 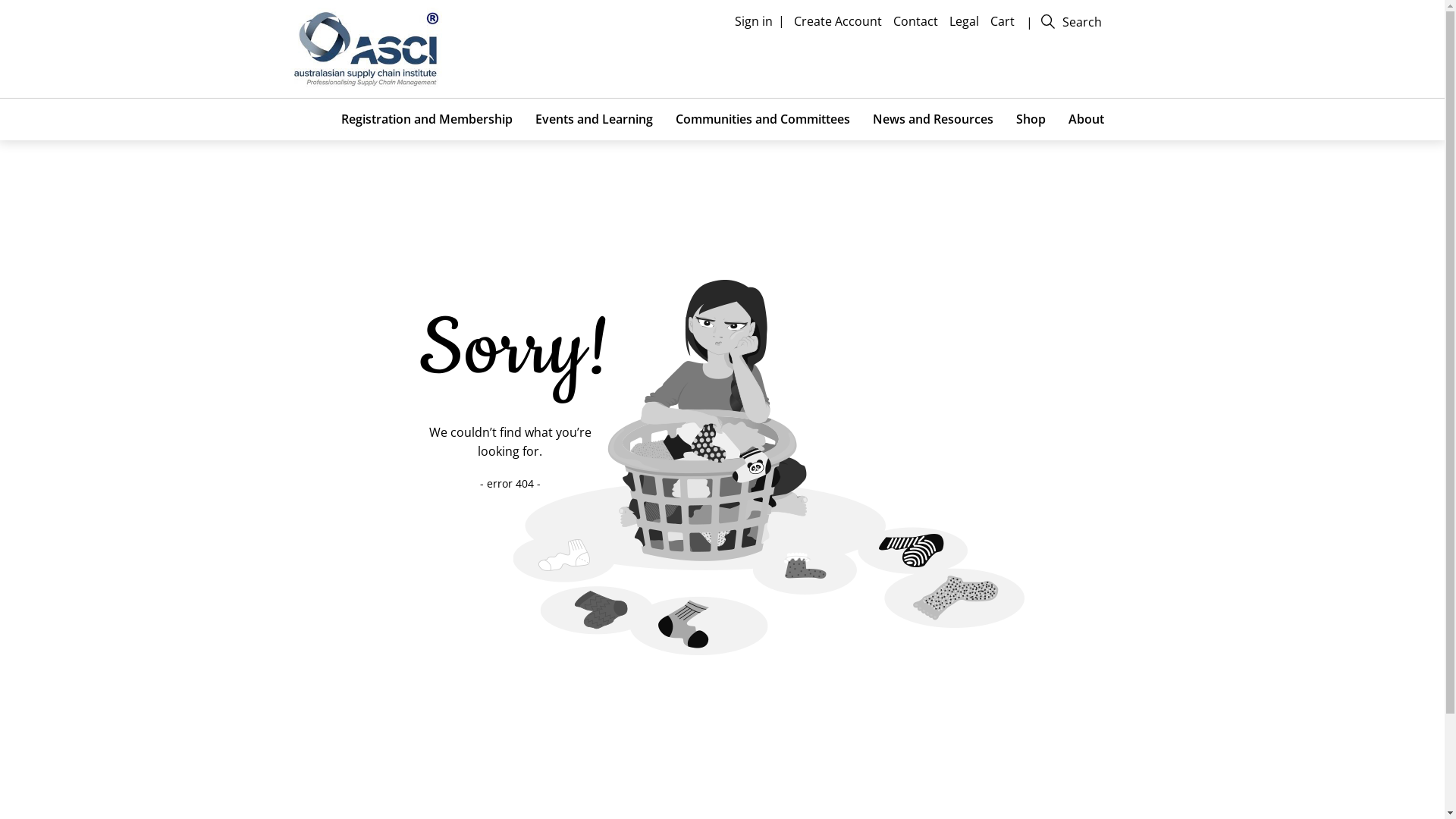 I want to click on 'Sign in', so click(x=753, y=20).